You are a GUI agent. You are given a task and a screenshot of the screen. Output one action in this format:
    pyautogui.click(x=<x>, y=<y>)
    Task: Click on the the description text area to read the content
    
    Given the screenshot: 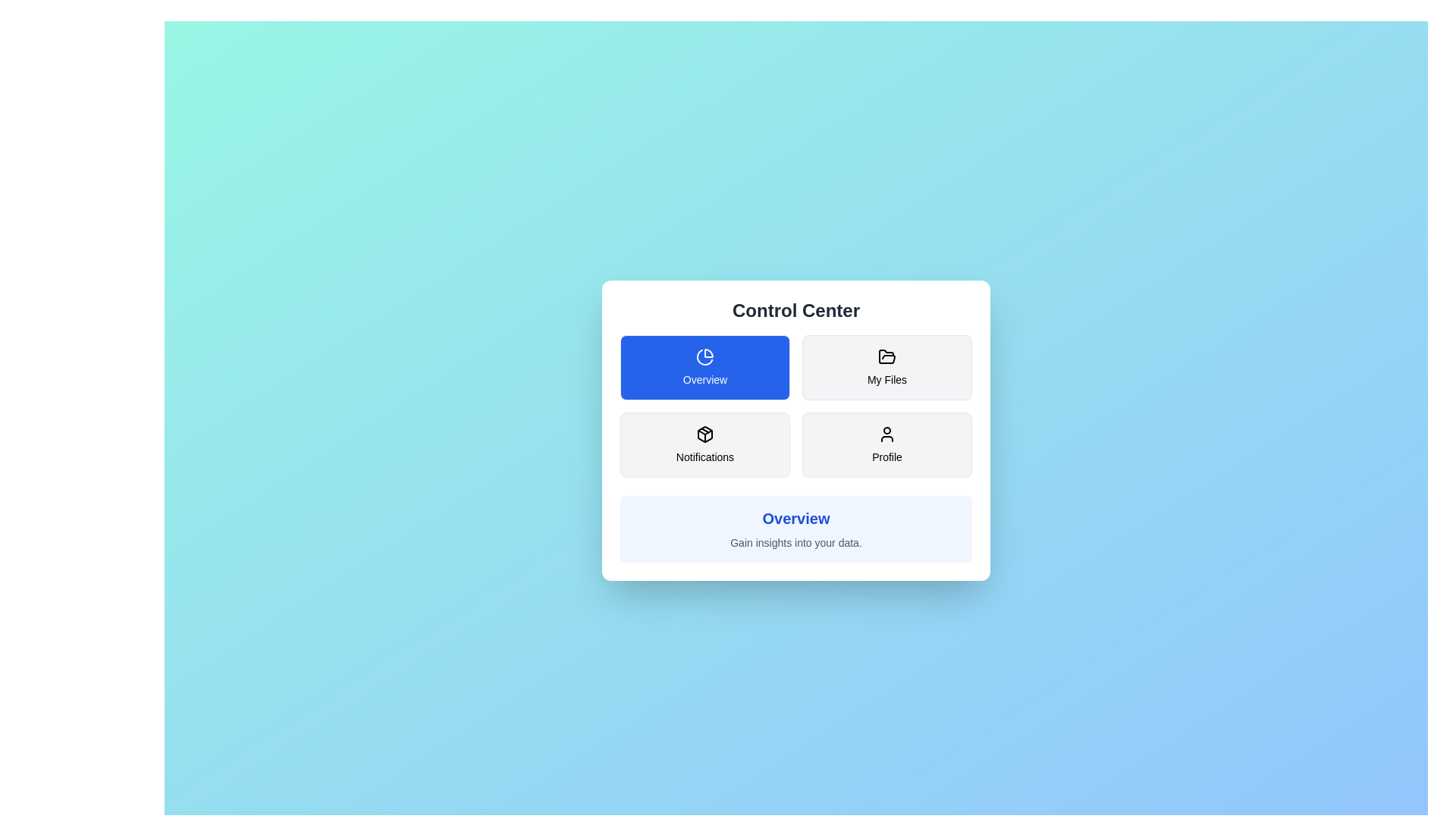 What is the action you would take?
    pyautogui.click(x=795, y=542)
    